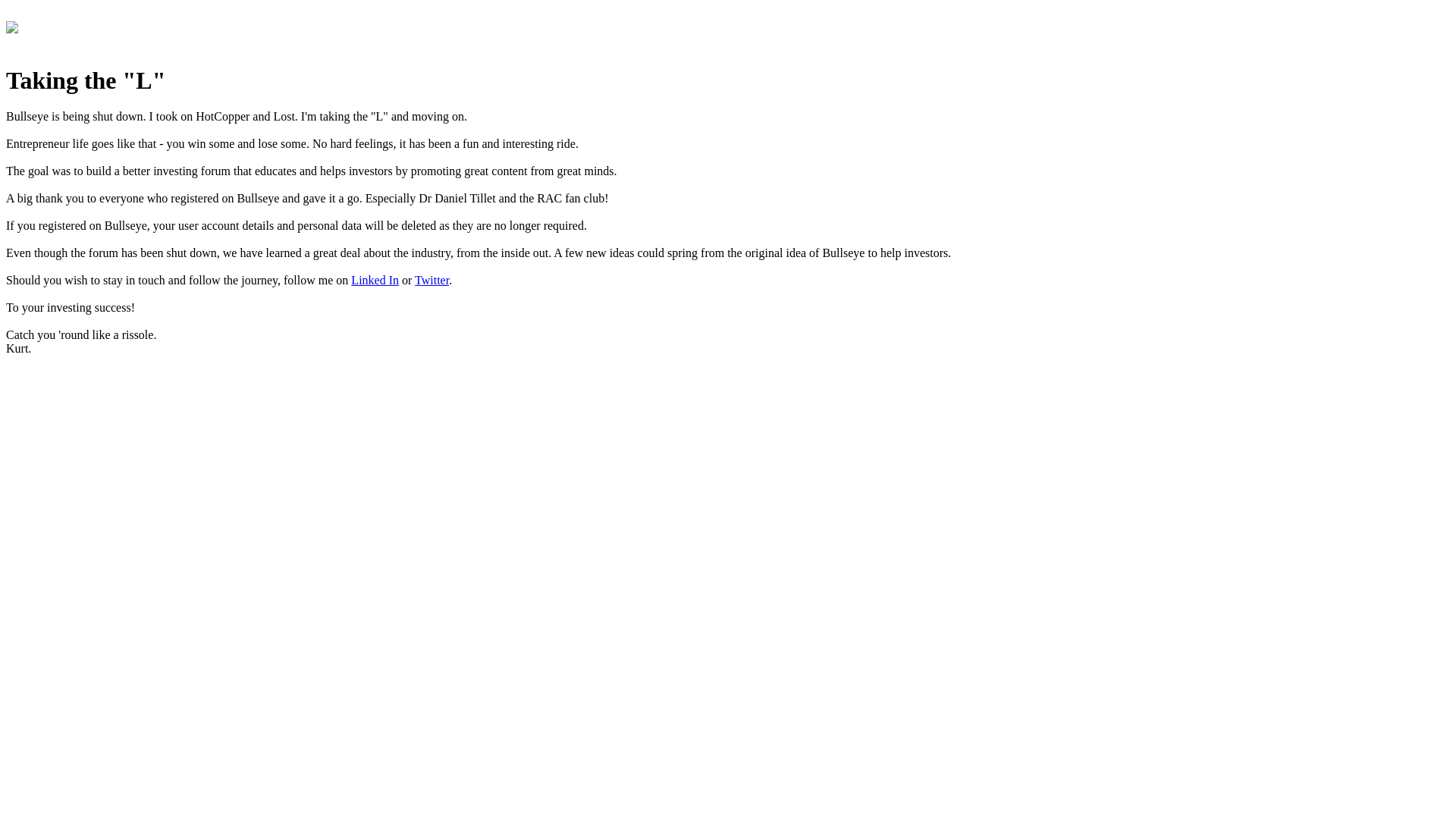 Image resolution: width=1456 pixels, height=819 pixels. I want to click on 'Linked In', so click(375, 280).